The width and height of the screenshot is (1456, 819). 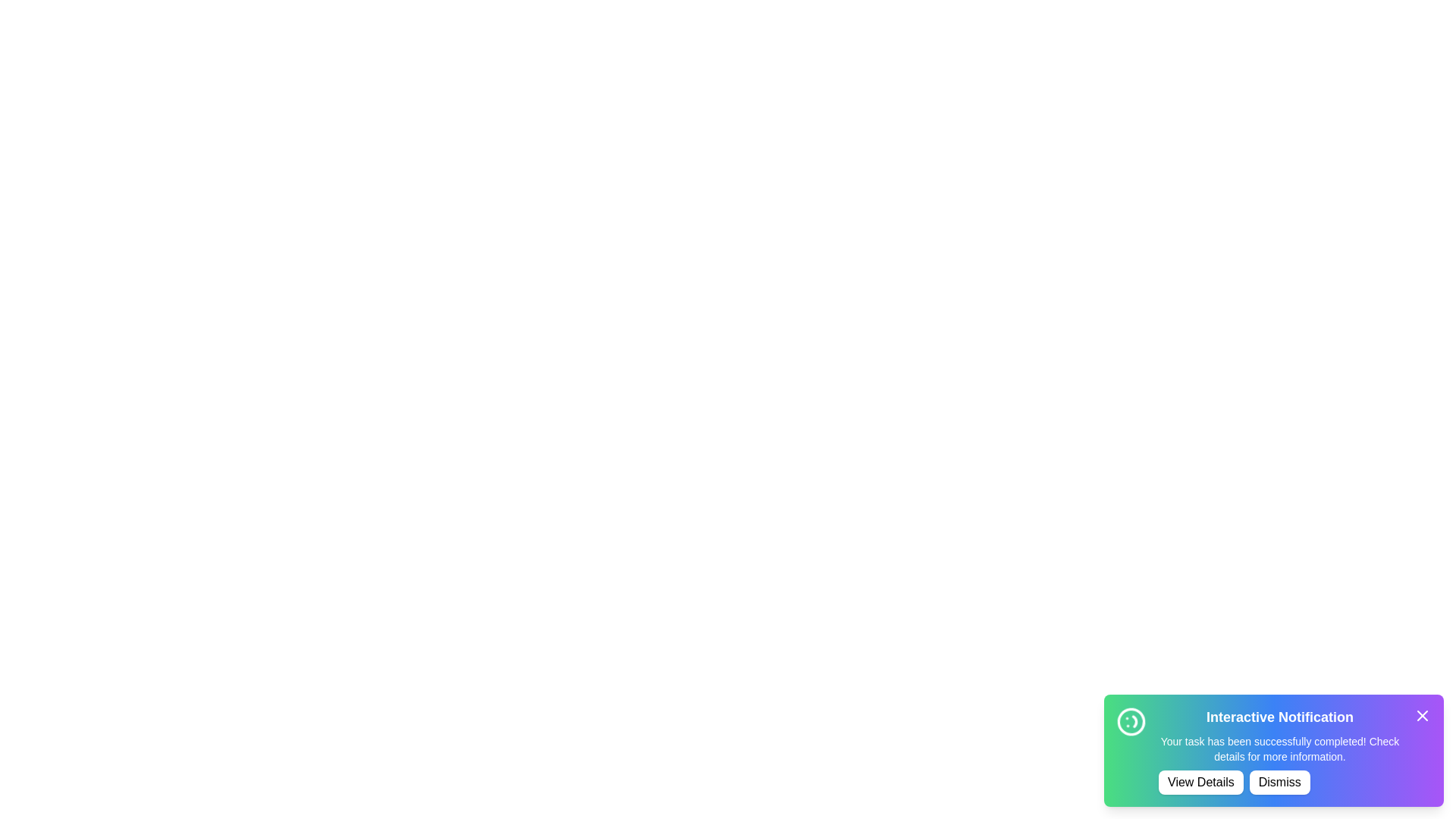 What do you see at coordinates (1274, 751) in the screenshot?
I see `the EnhancedSnackbar component to open the context menu` at bounding box center [1274, 751].